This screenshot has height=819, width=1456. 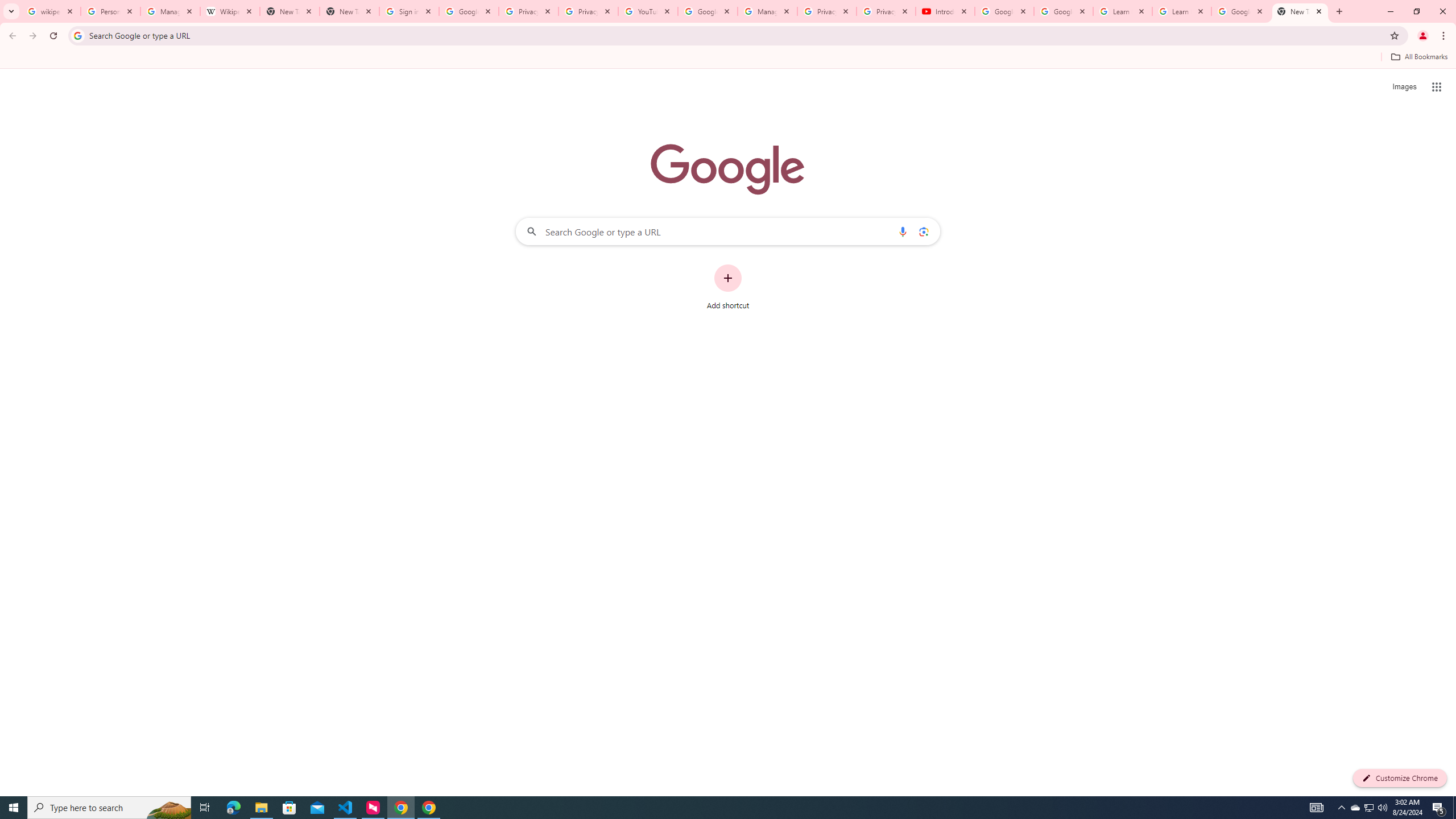 I want to click on 'Search by voice', so click(x=902, y=230).